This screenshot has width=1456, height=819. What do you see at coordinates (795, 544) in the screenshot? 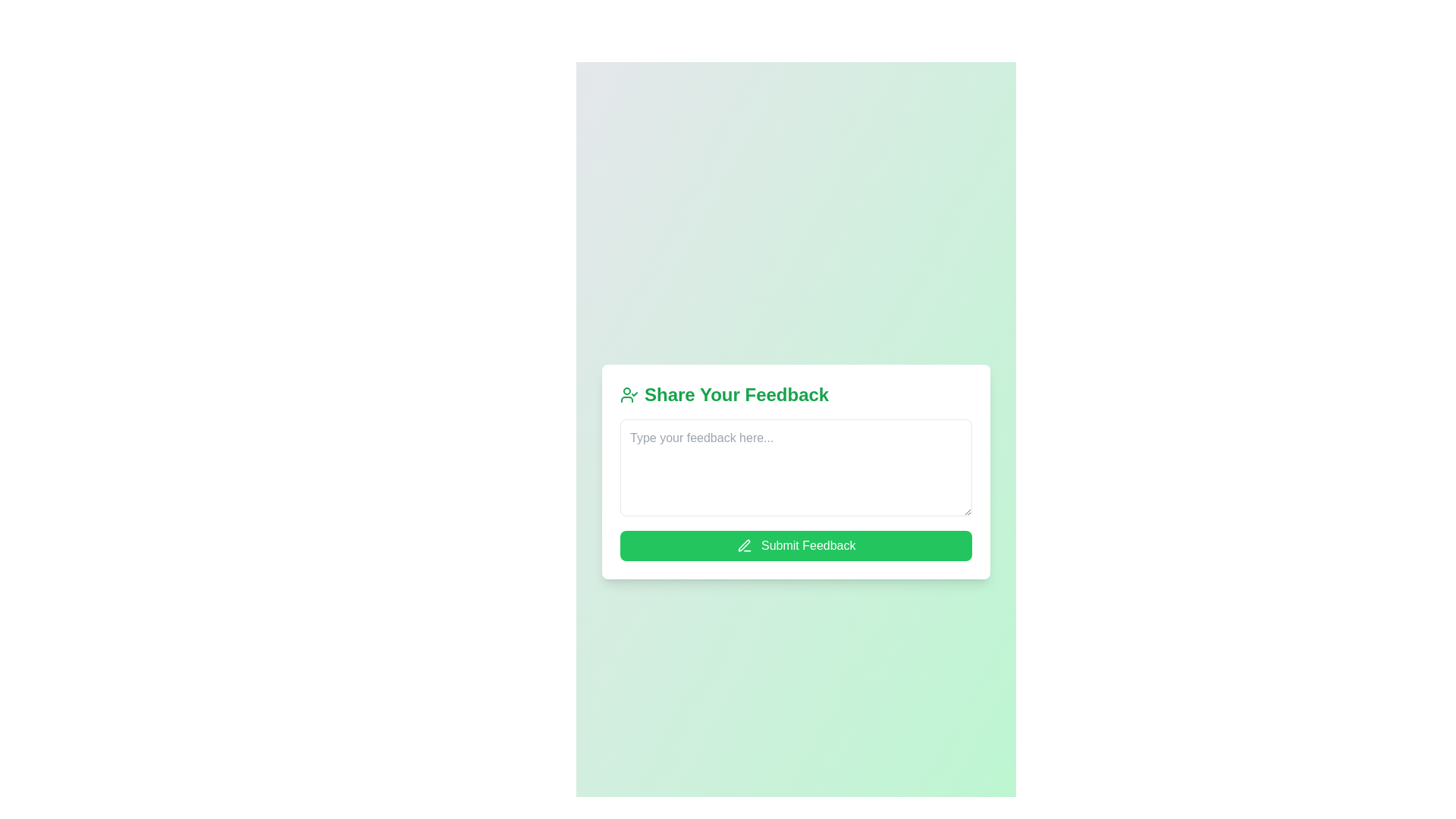
I see `the 'Submit Feedback' button, which has a green background and white text` at bounding box center [795, 544].